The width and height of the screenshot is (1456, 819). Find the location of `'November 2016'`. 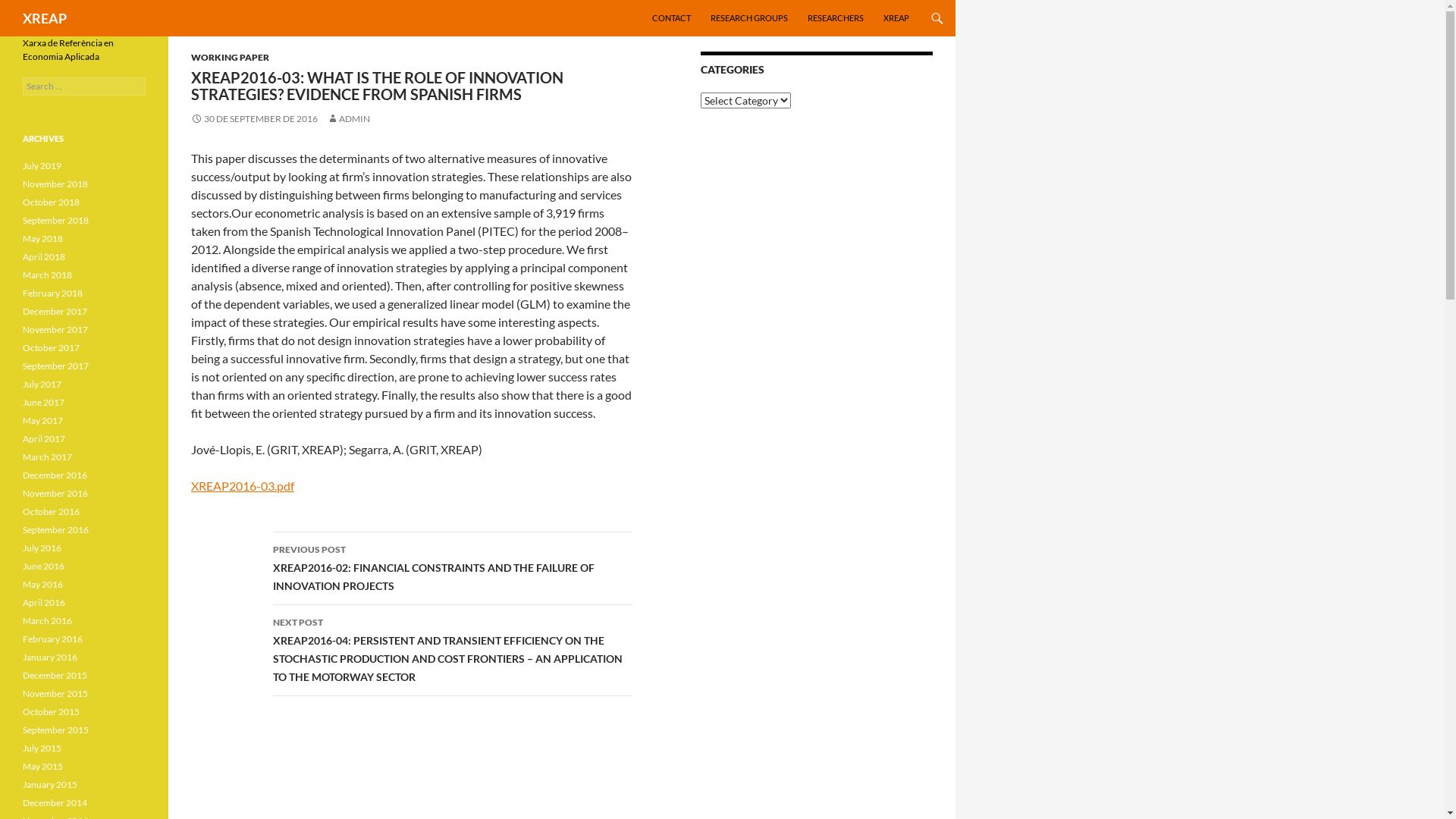

'November 2016' is located at coordinates (55, 493).